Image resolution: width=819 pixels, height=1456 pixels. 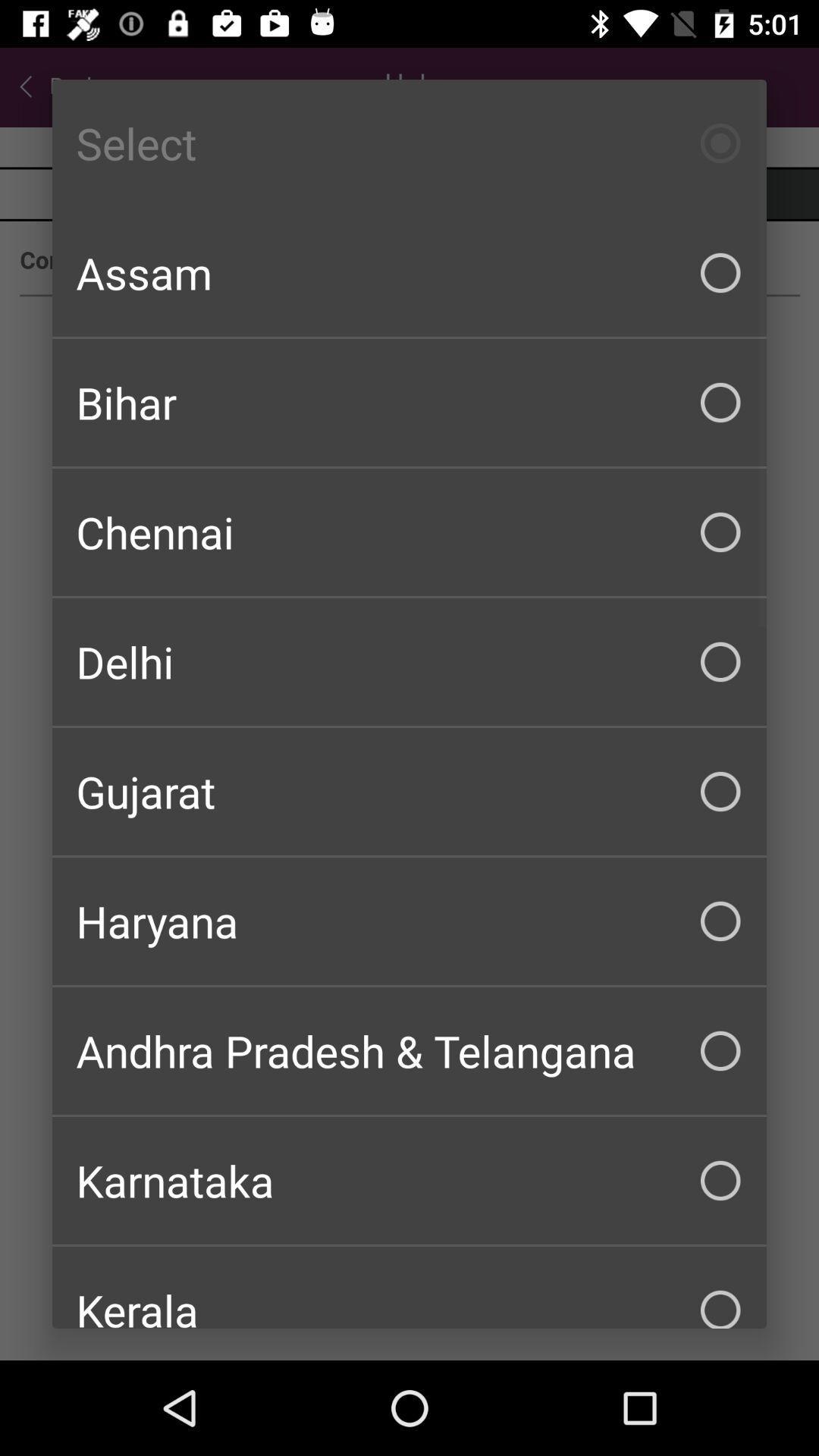 I want to click on the checkbox below andhra pradesh & telangana icon, so click(x=409, y=1179).